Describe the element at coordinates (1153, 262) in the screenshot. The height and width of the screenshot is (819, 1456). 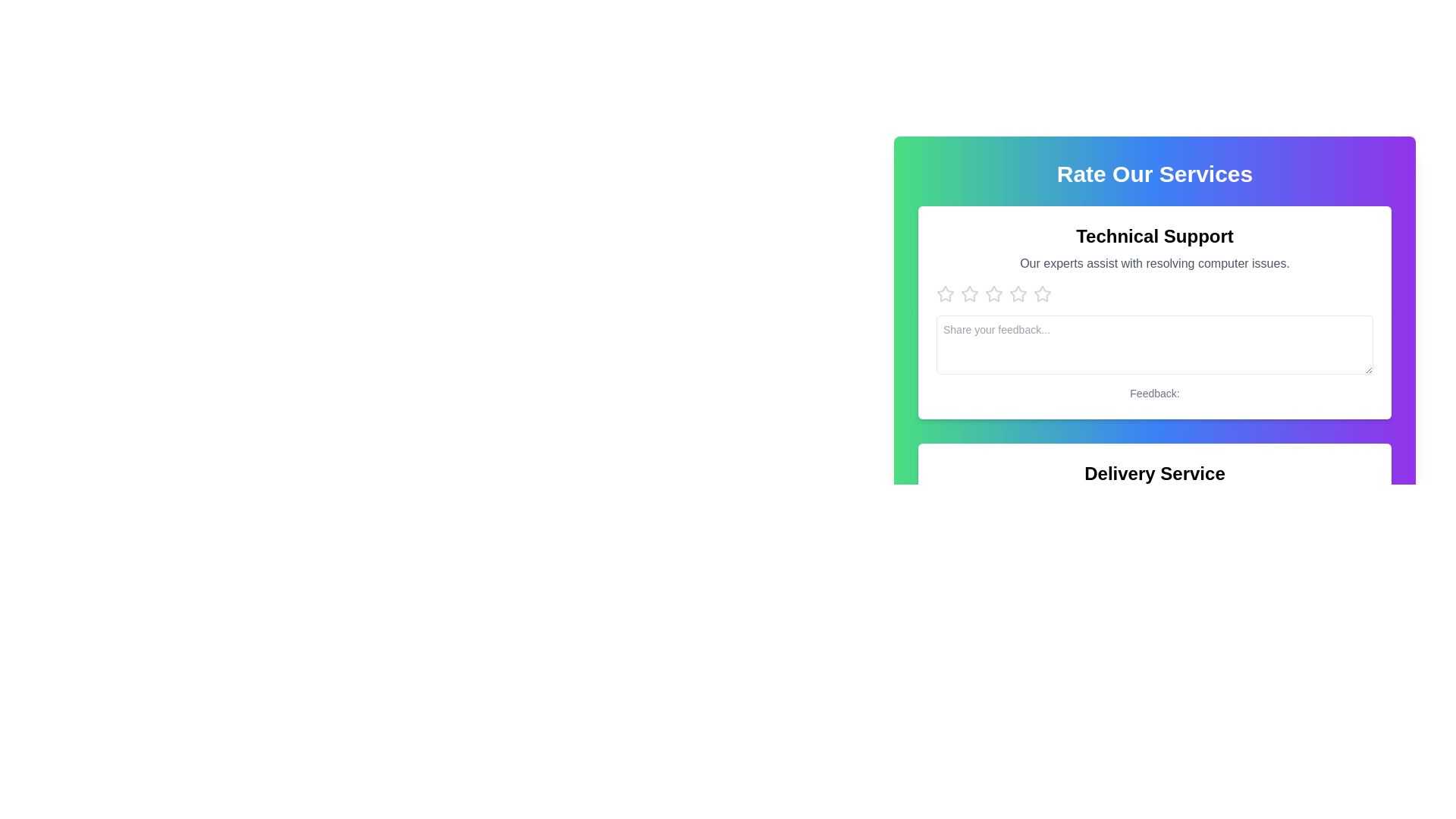
I see `text description labeled 'Our experts assist with resolving computer issues.' which is styled in gray color and located below the title 'Technical Support'` at that location.